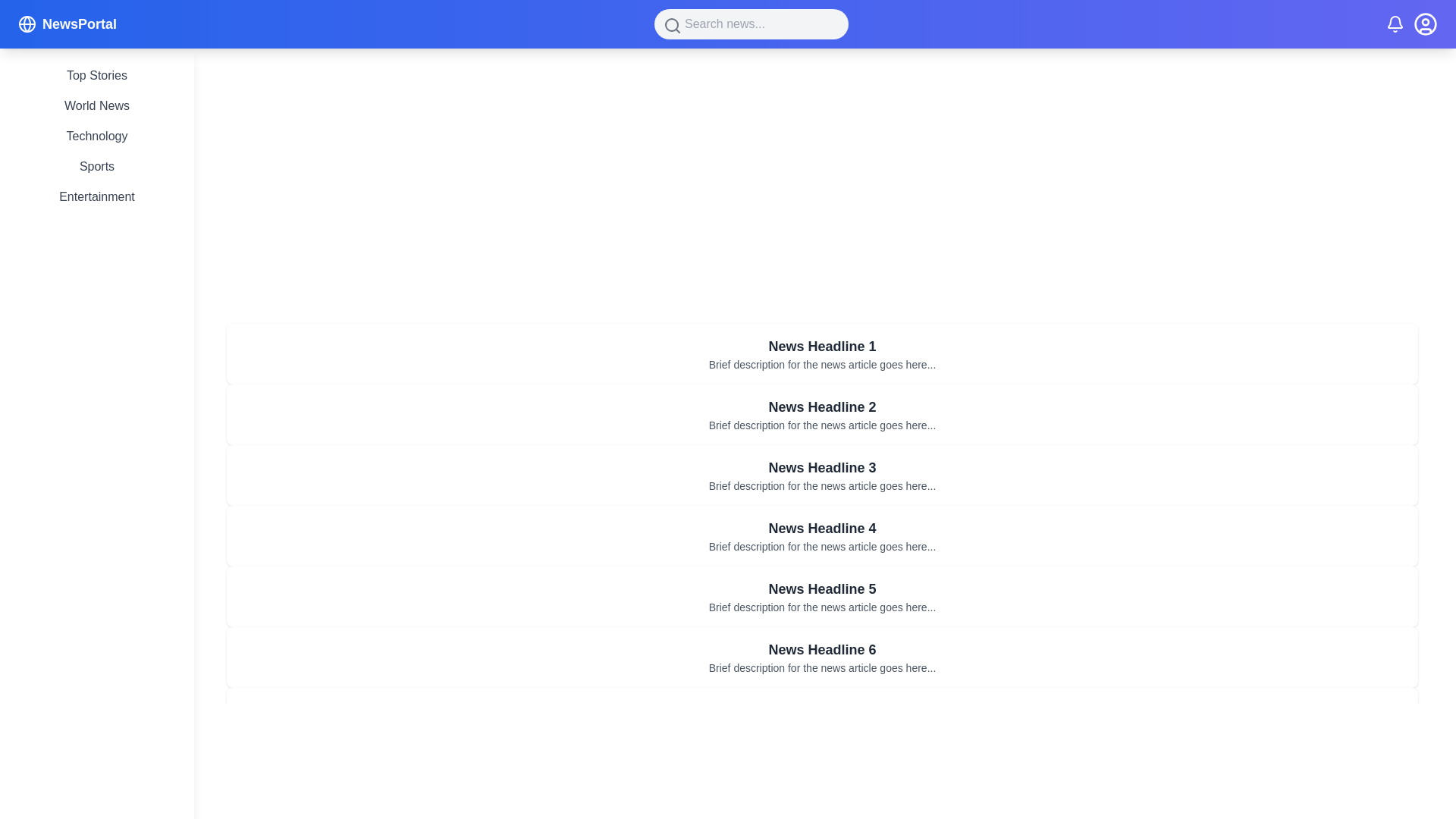 Image resolution: width=1456 pixels, height=819 pixels. What do you see at coordinates (96, 166) in the screenshot?
I see `the 'Sports' navigation link in the sidebar of the 'NewsPortal' interface, which is the fourth item in the vertical navigation list` at bounding box center [96, 166].